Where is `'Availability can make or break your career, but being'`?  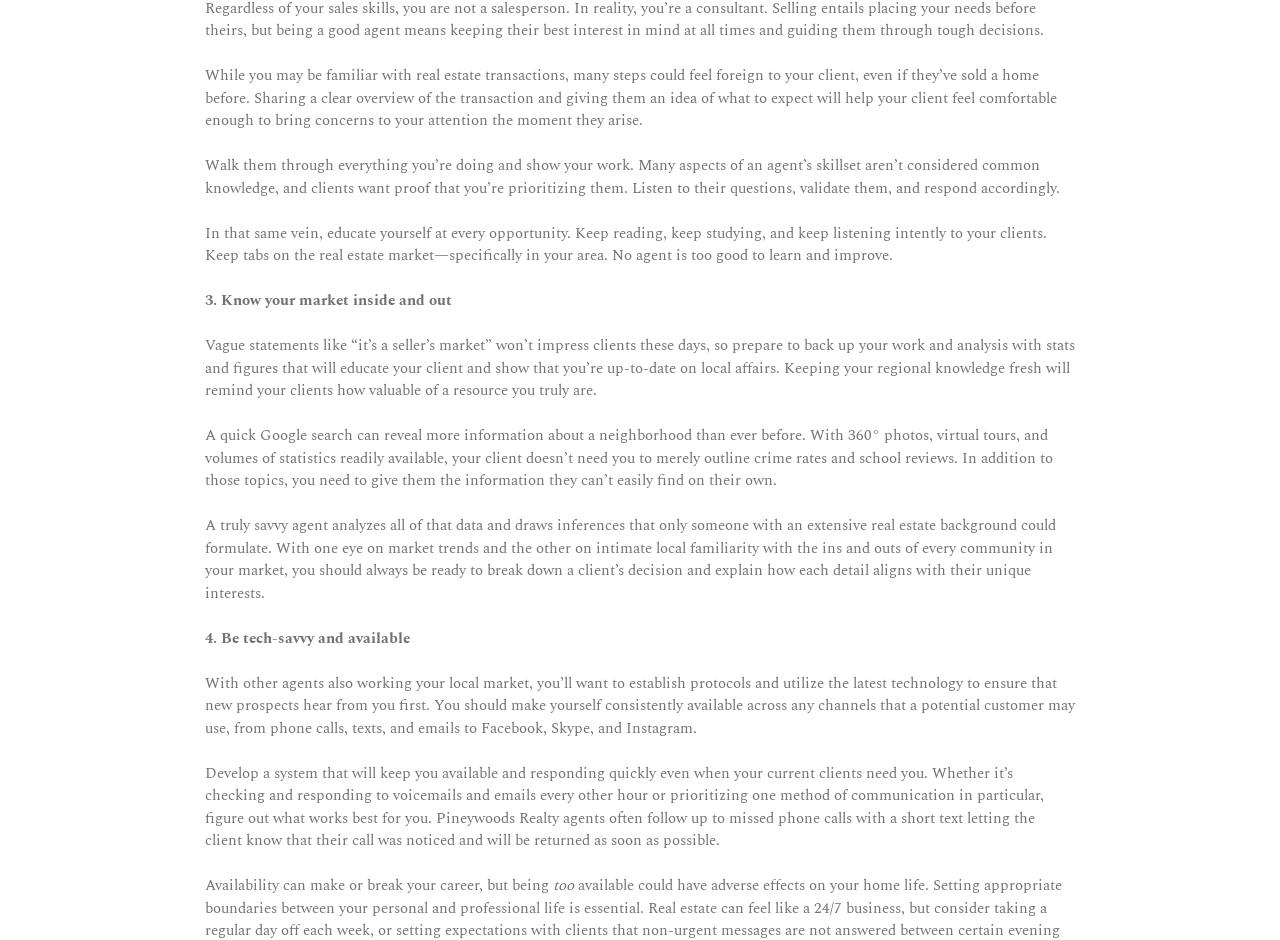
'Availability can make or break your career, but being' is located at coordinates (379, 885).